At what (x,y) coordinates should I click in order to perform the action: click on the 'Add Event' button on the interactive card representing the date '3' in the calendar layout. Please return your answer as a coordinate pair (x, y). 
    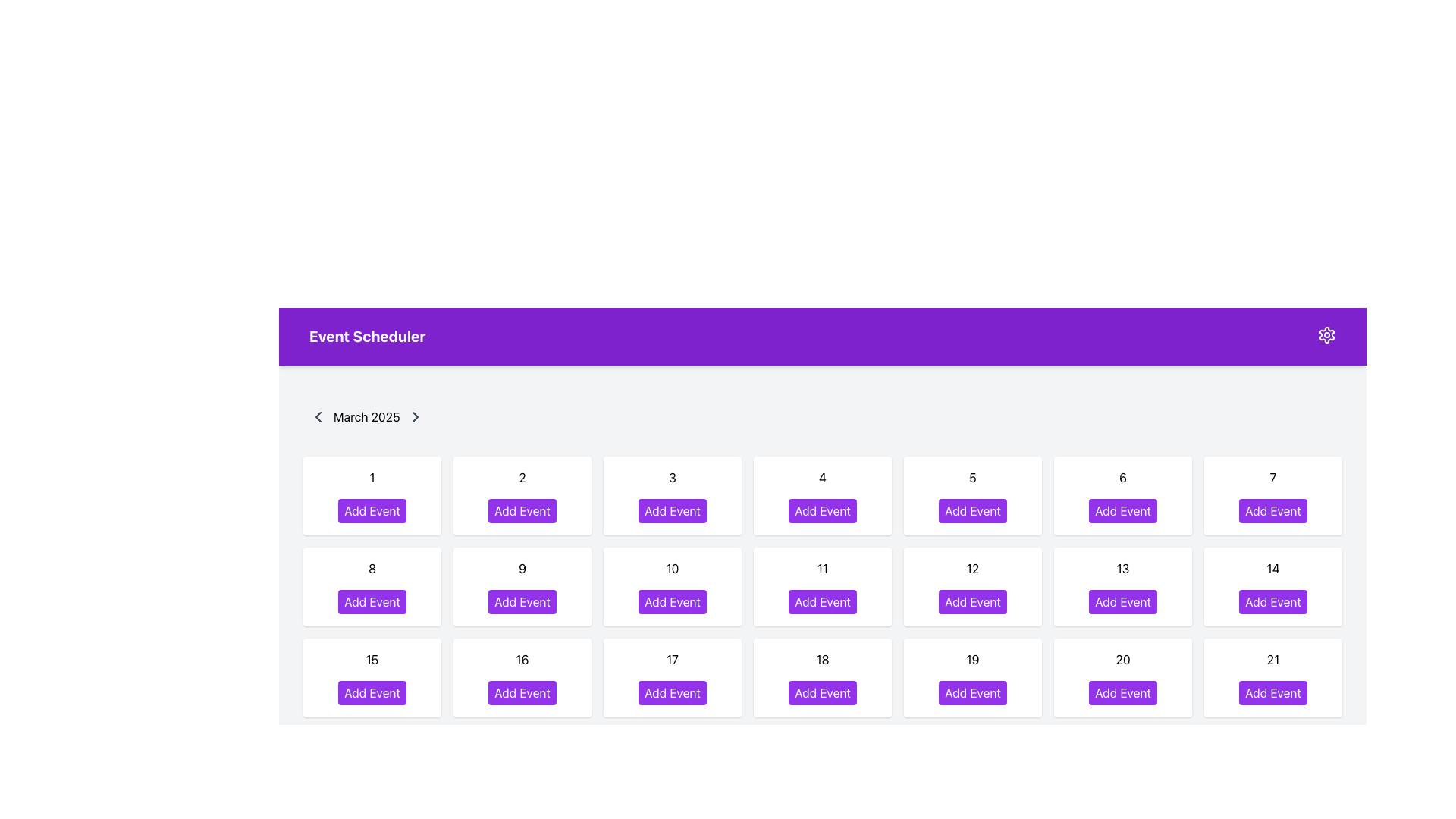
    Looking at the image, I should click on (672, 496).